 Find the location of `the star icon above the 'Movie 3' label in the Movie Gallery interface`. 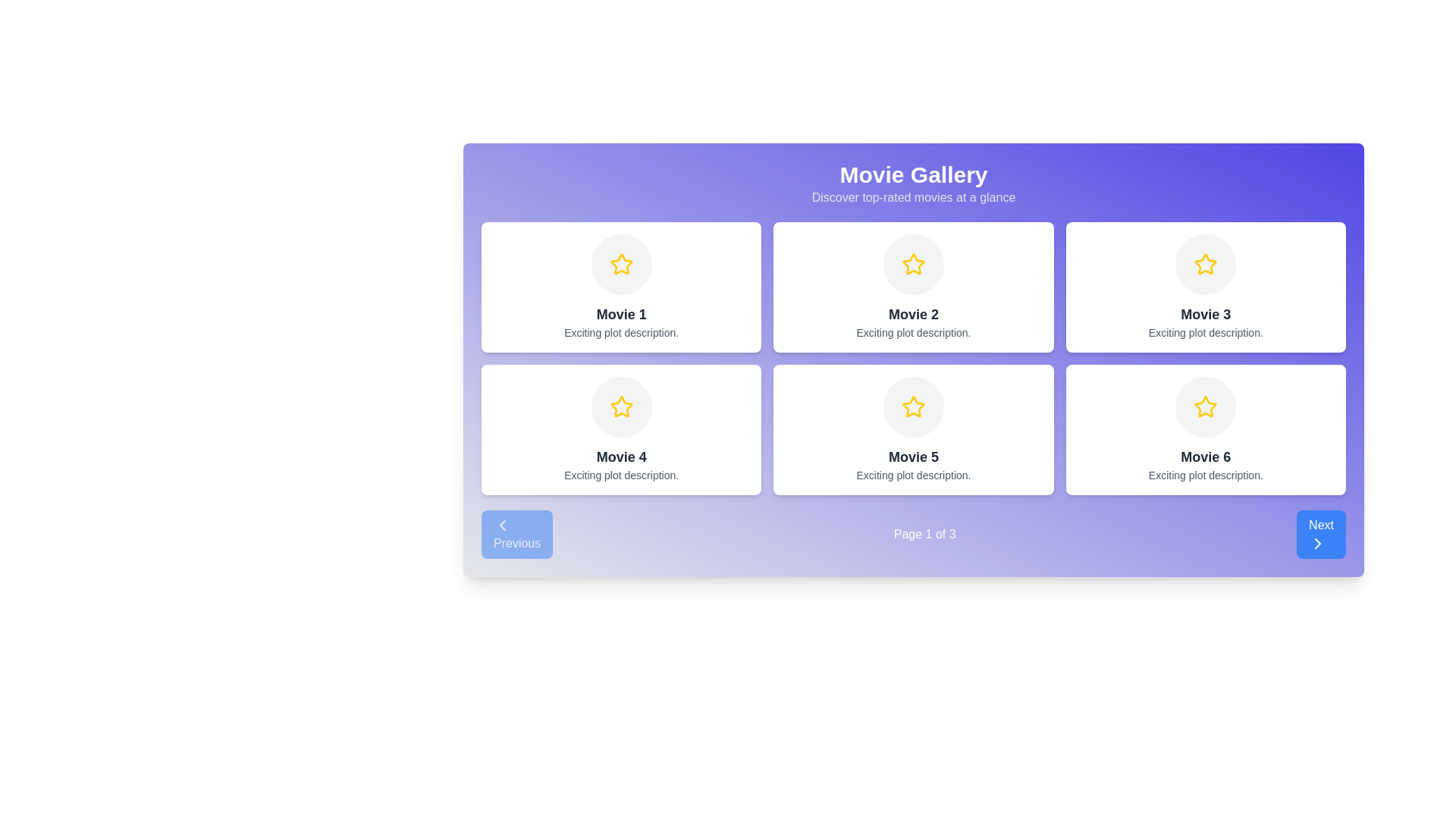

the star icon above the 'Movie 3' label in the Movie Gallery interface is located at coordinates (1204, 262).